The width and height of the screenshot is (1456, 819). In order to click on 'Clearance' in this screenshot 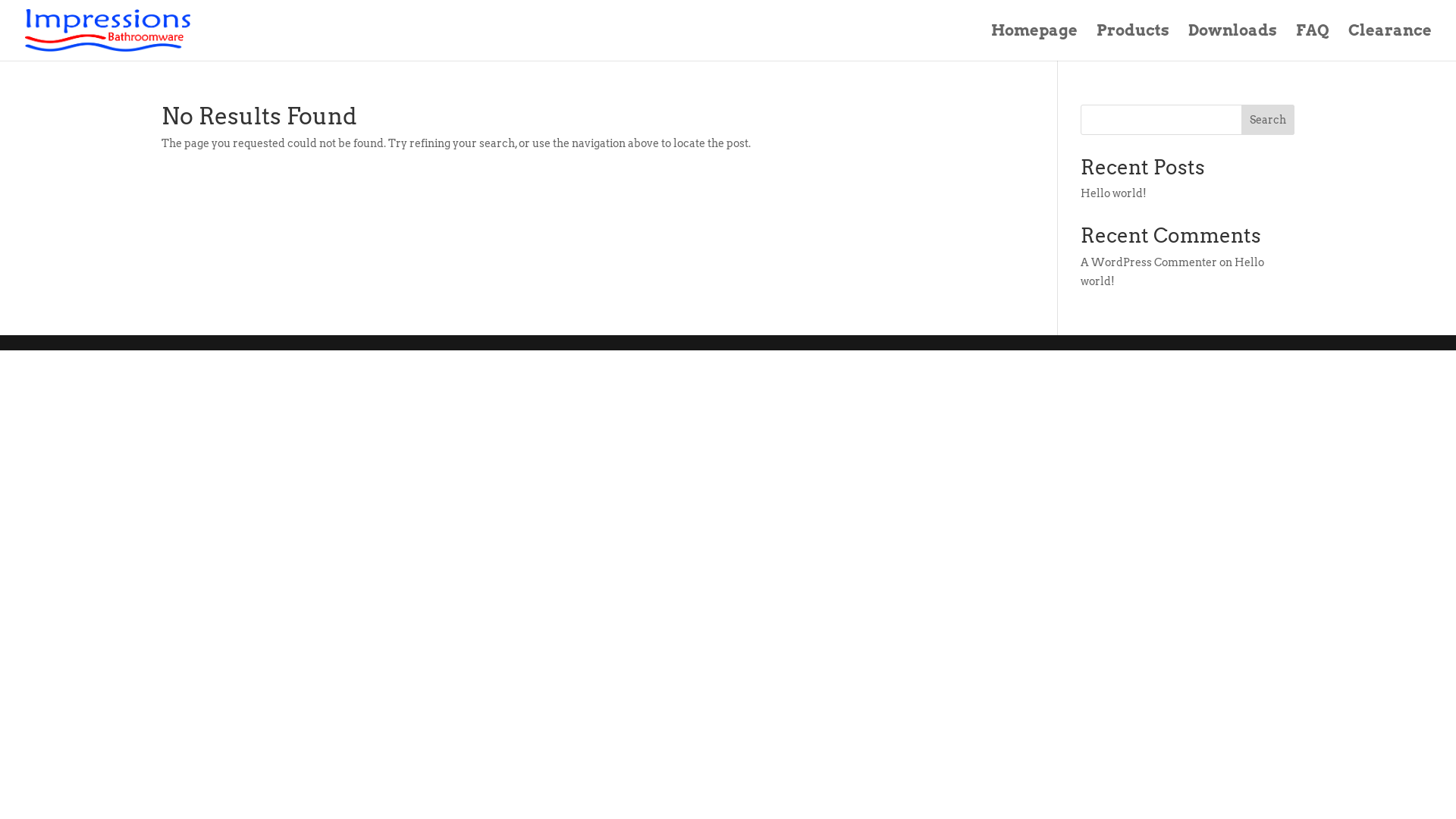, I will do `click(1390, 42)`.